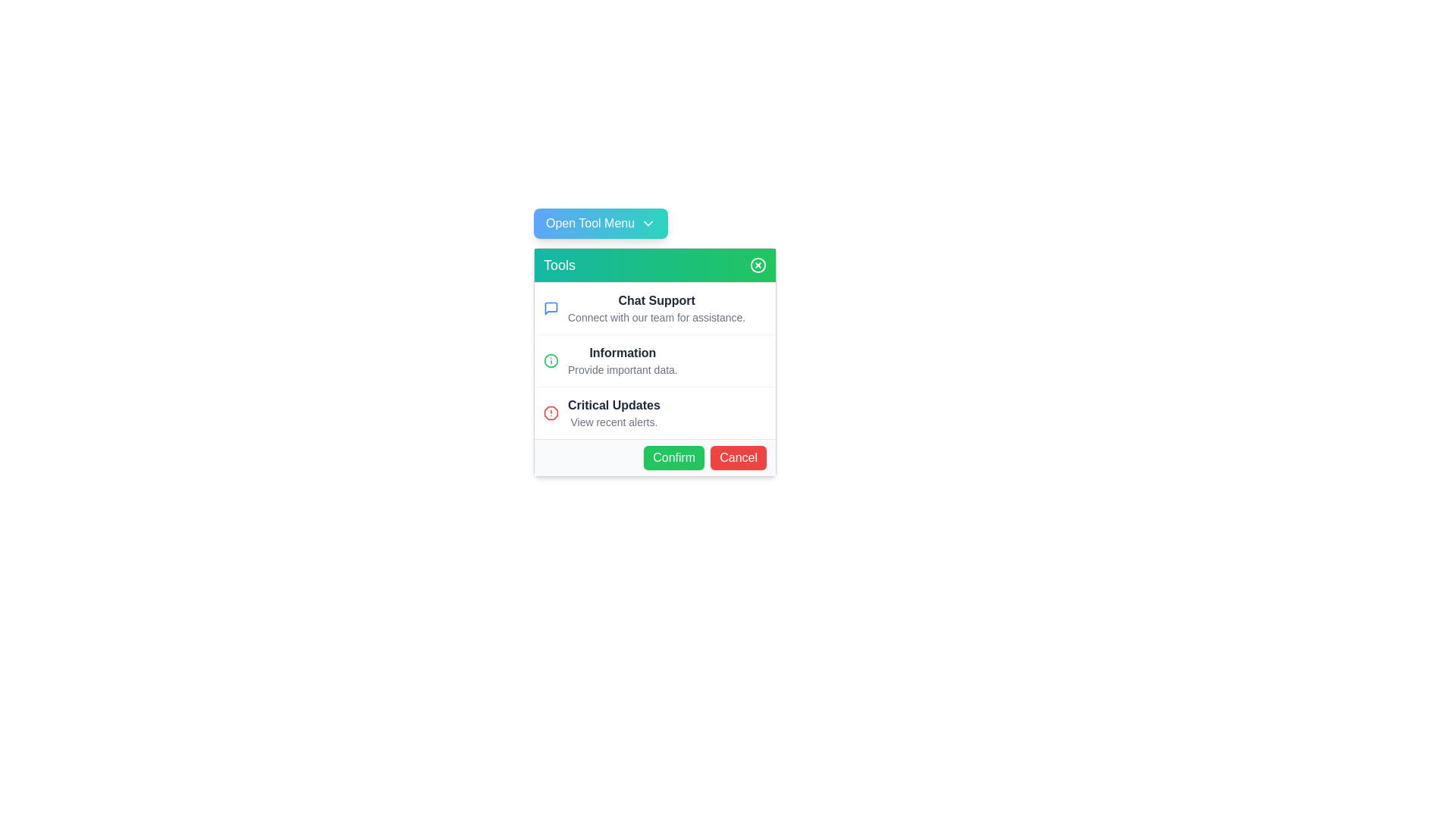  What do you see at coordinates (758, 265) in the screenshot?
I see `the close icon located at the top-right corner of the 'Tools' header` at bounding box center [758, 265].